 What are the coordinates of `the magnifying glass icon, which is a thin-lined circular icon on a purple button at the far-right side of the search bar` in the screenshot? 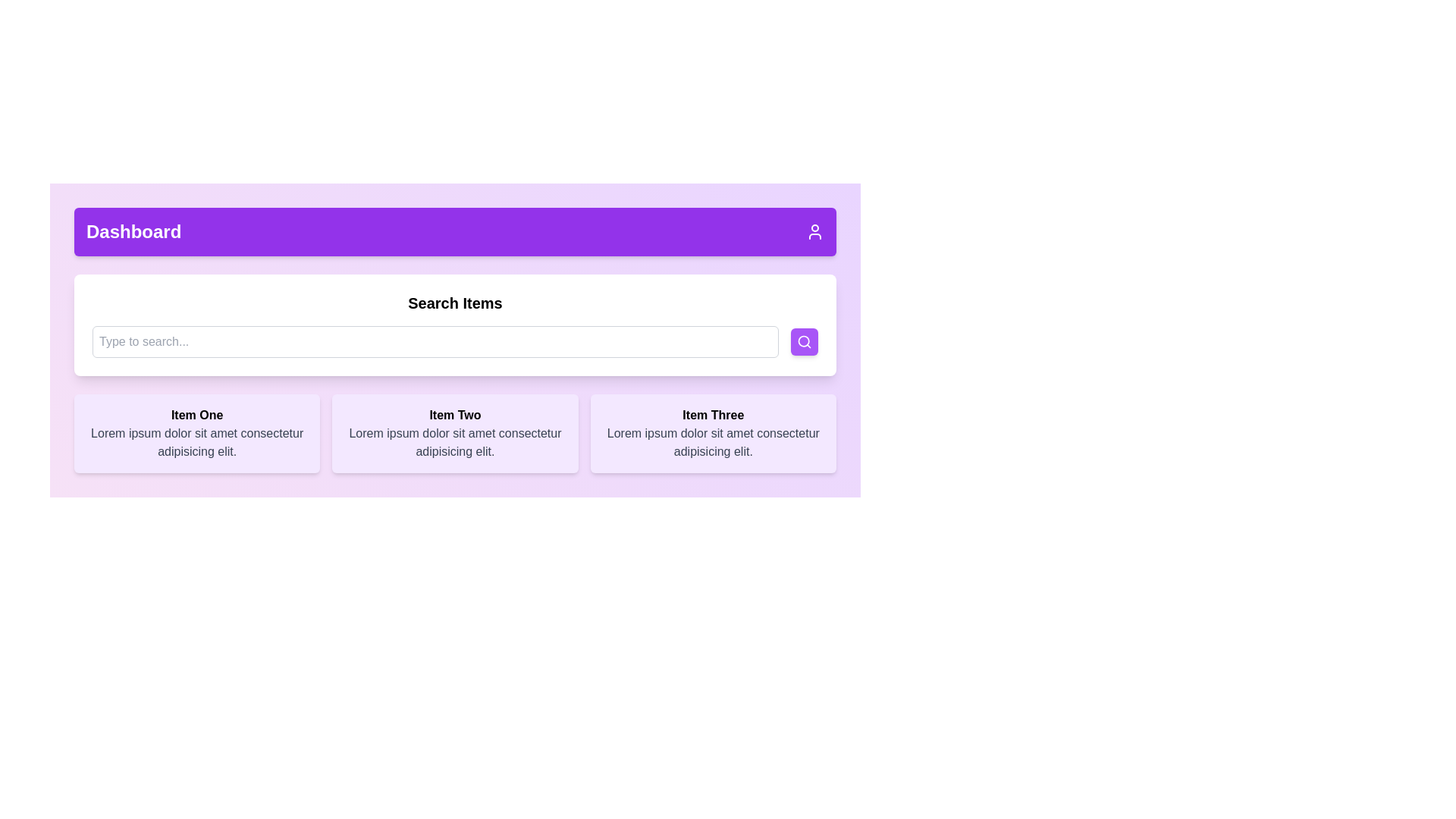 It's located at (803, 342).